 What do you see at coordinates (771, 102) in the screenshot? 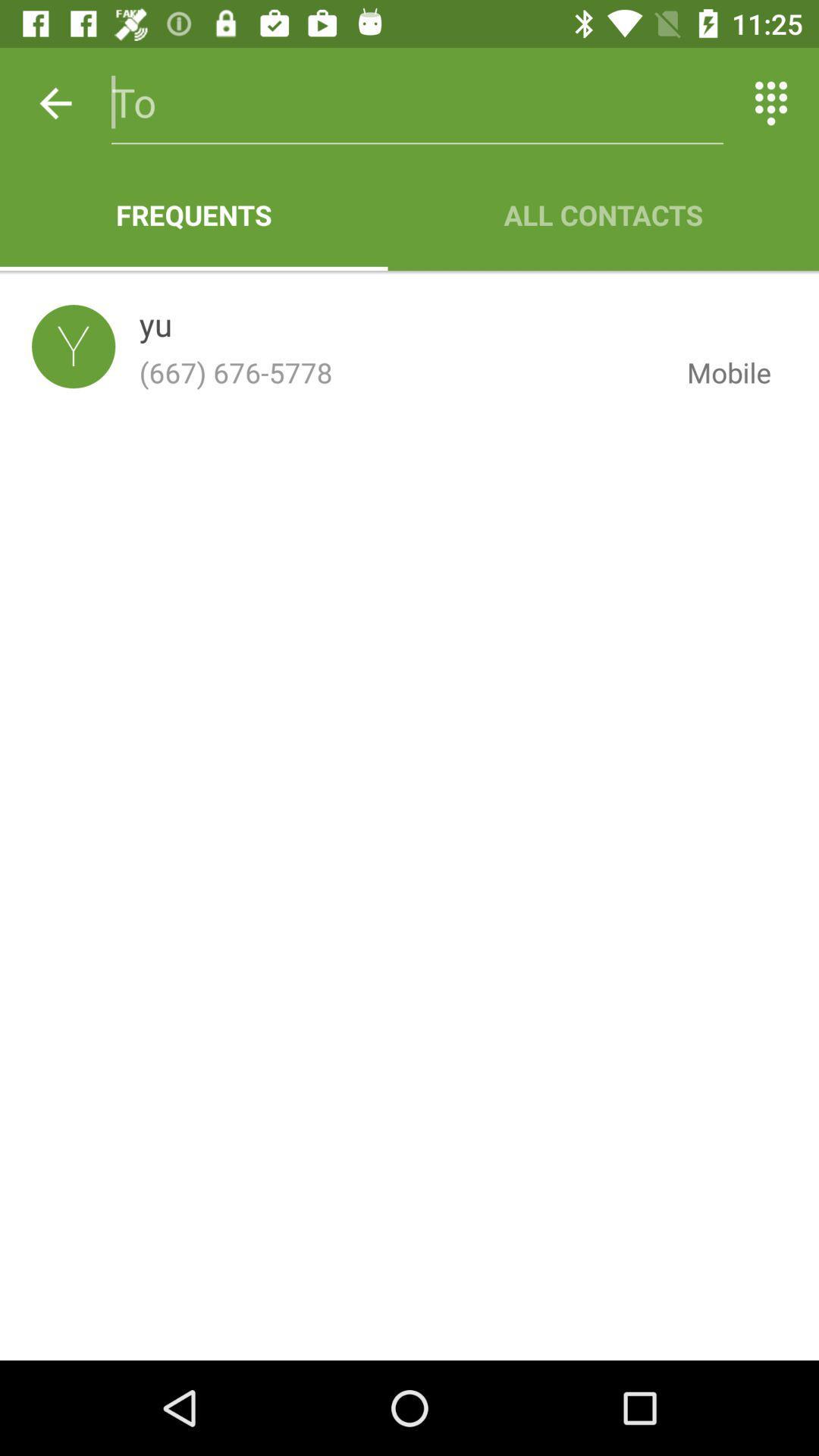
I see `icon above the all contacts` at bounding box center [771, 102].